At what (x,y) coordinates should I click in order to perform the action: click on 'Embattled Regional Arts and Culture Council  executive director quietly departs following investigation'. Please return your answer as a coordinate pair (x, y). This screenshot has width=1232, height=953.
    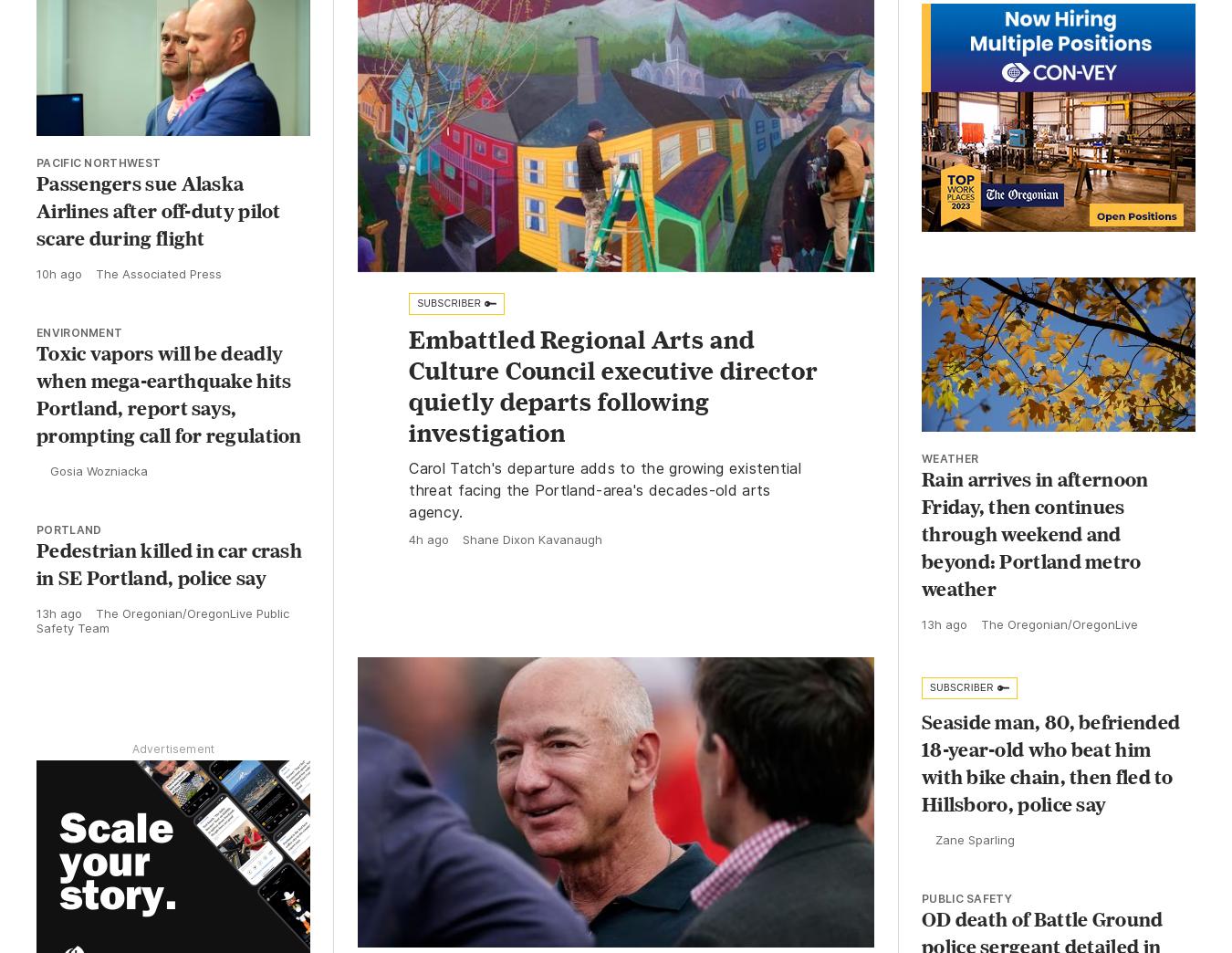
    Looking at the image, I should click on (613, 385).